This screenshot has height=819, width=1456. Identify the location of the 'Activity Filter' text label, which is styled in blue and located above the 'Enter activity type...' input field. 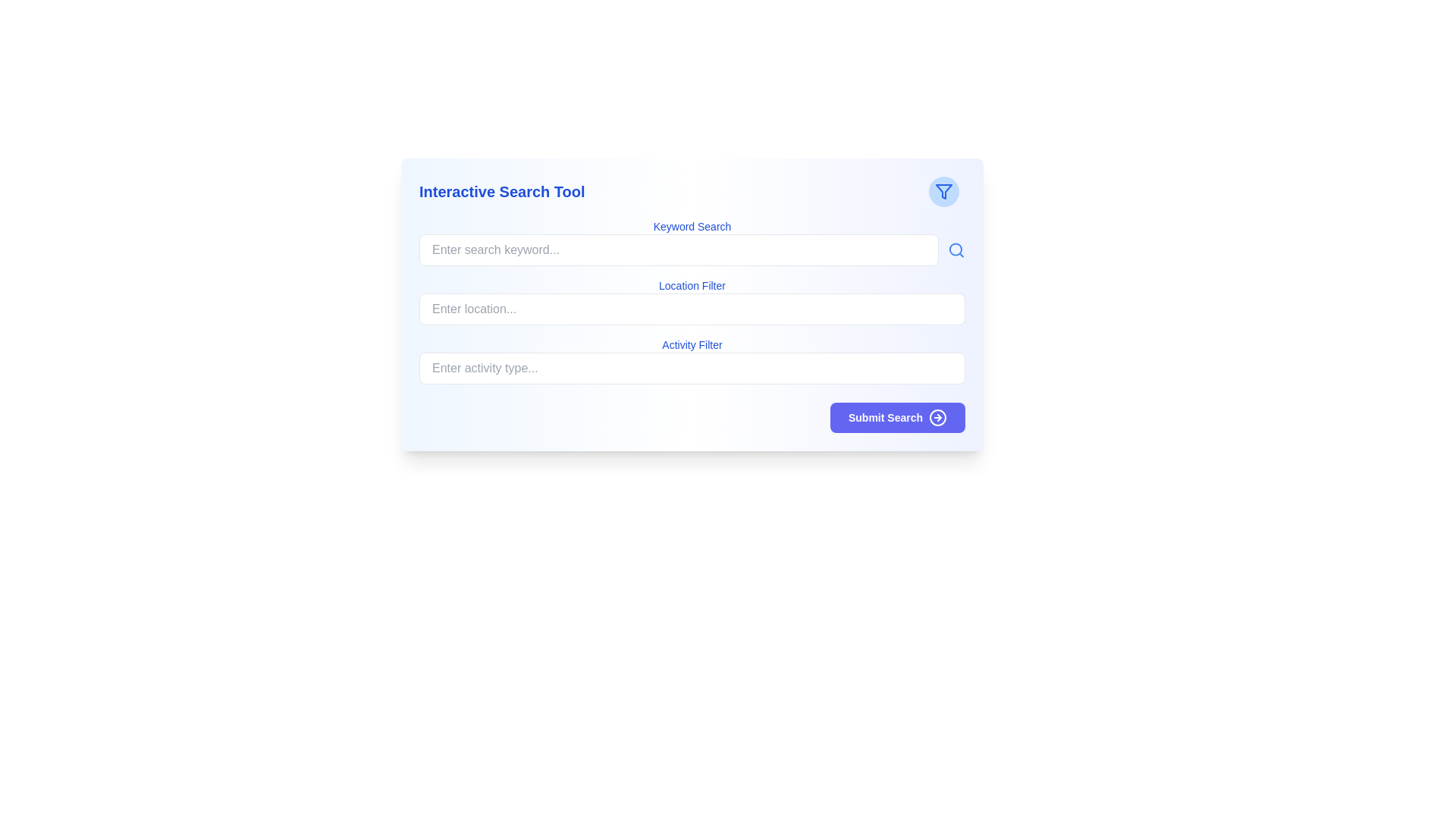
(691, 345).